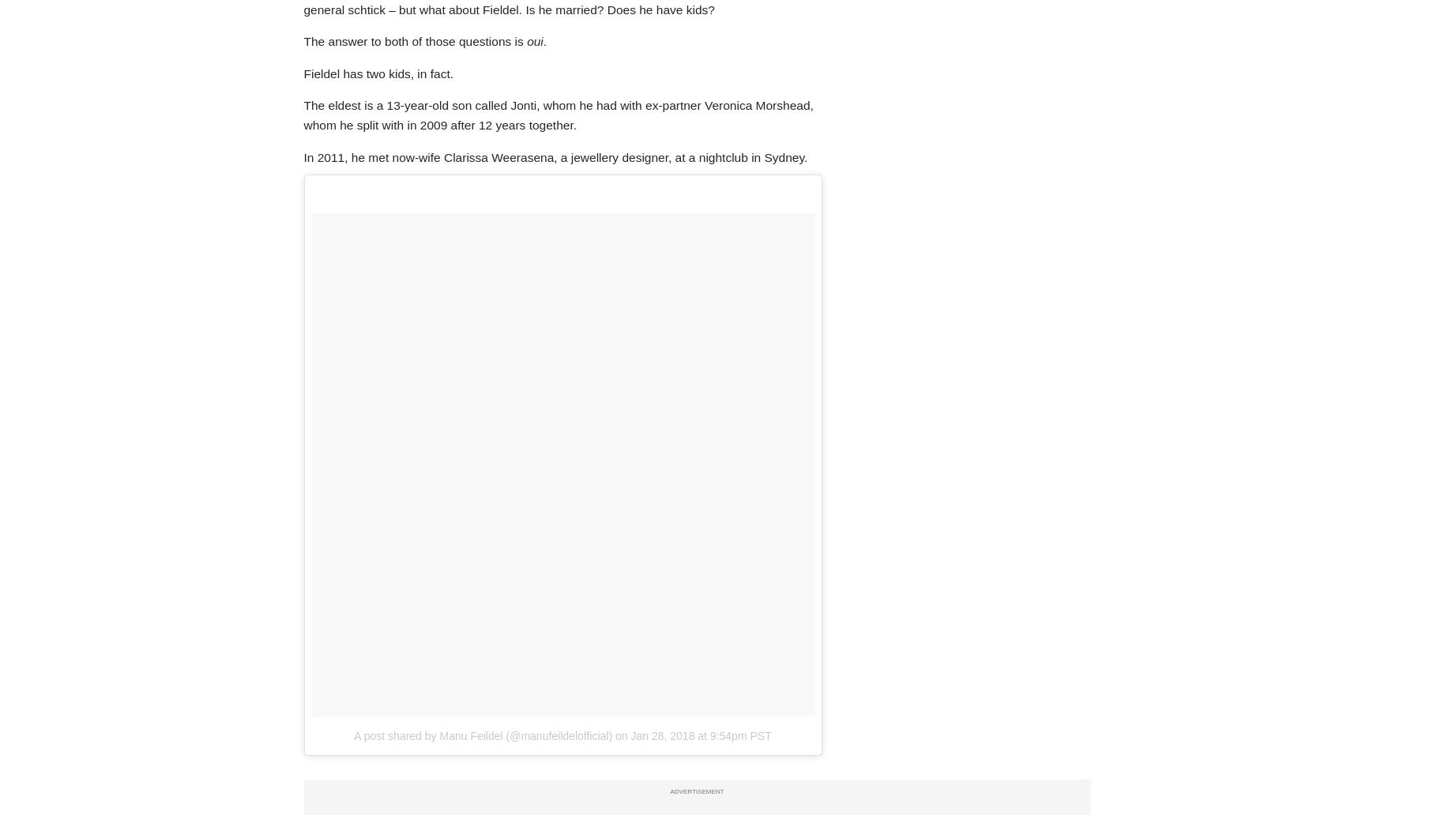 Image resolution: width=1456 pixels, height=815 pixels. What do you see at coordinates (557, 115) in the screenshot?
I see `'The eldest is a 13-year-old son called Jonti, whom he had with ex-partner Veronica Morshead, whom he split with in 2009 after 12 years together.'` at bounding box center [557, 115].